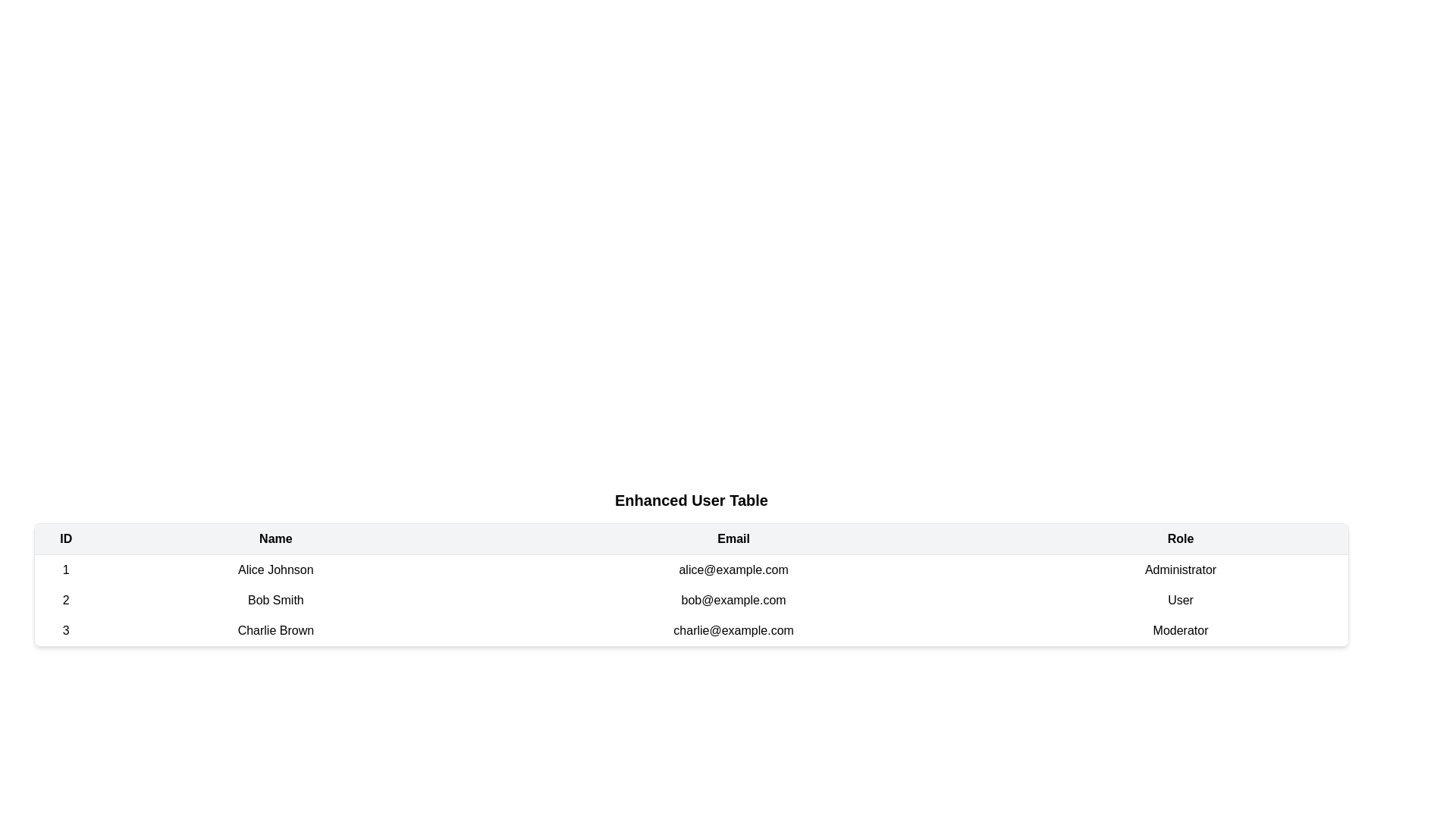 The height and width of the screenshot is (819, 1456). Describe the element at coordinates (65, 538) in the screenshot. I see `the 'ID' column header cell located at the top-left of the table, which is the first column in a row of four headers` at that location.